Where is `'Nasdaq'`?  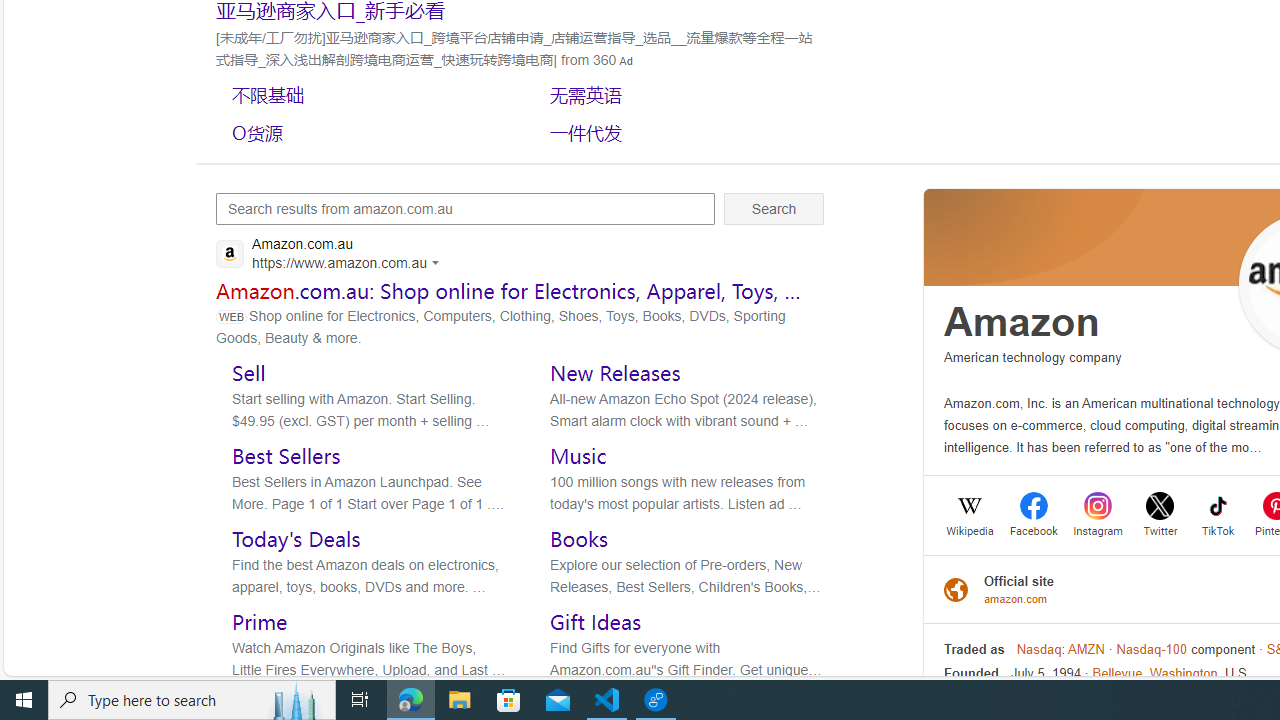
'Nasdaq' is located at coordinates (1039, 649).